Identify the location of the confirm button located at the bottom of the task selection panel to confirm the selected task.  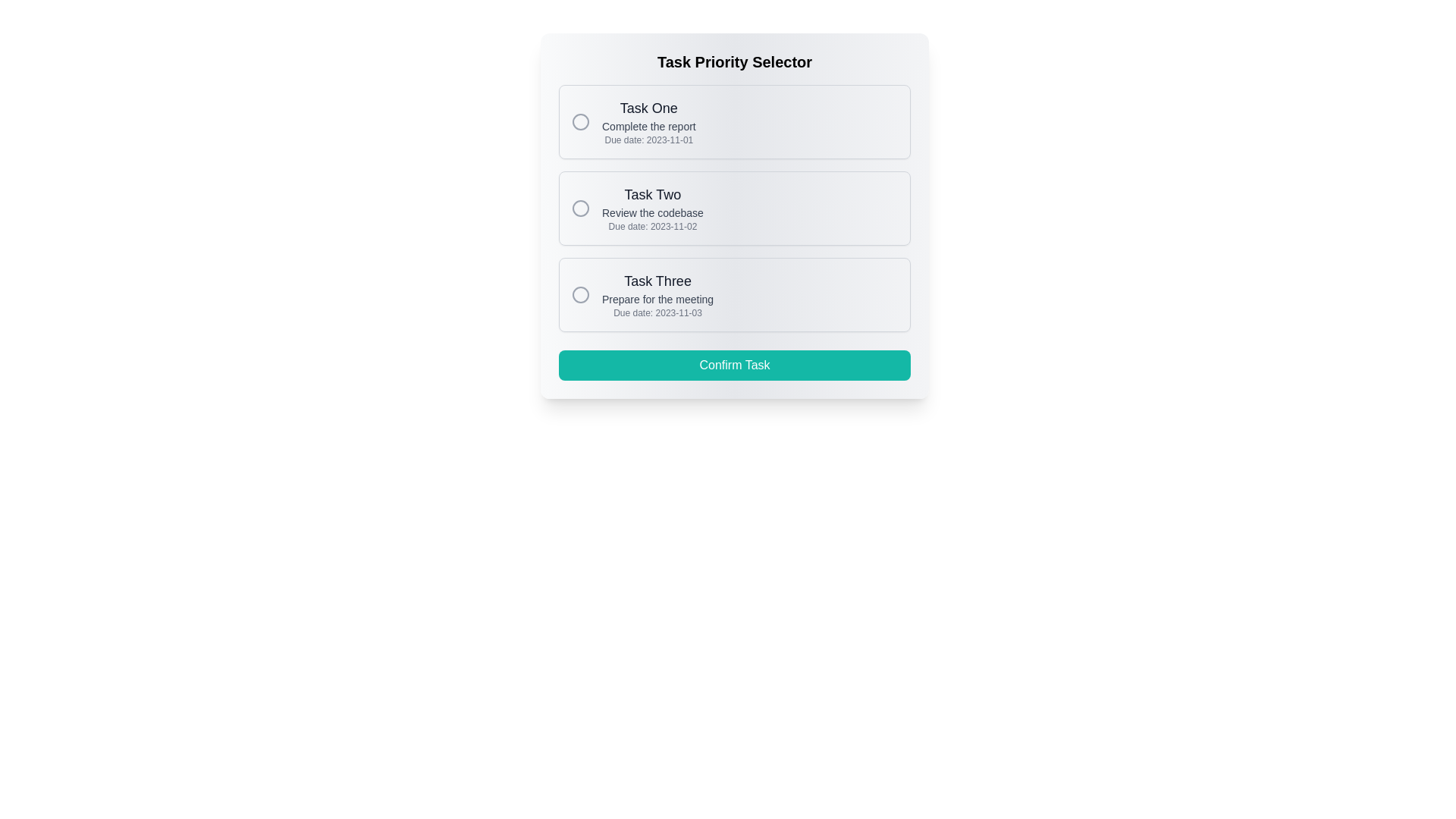
(735, 366).